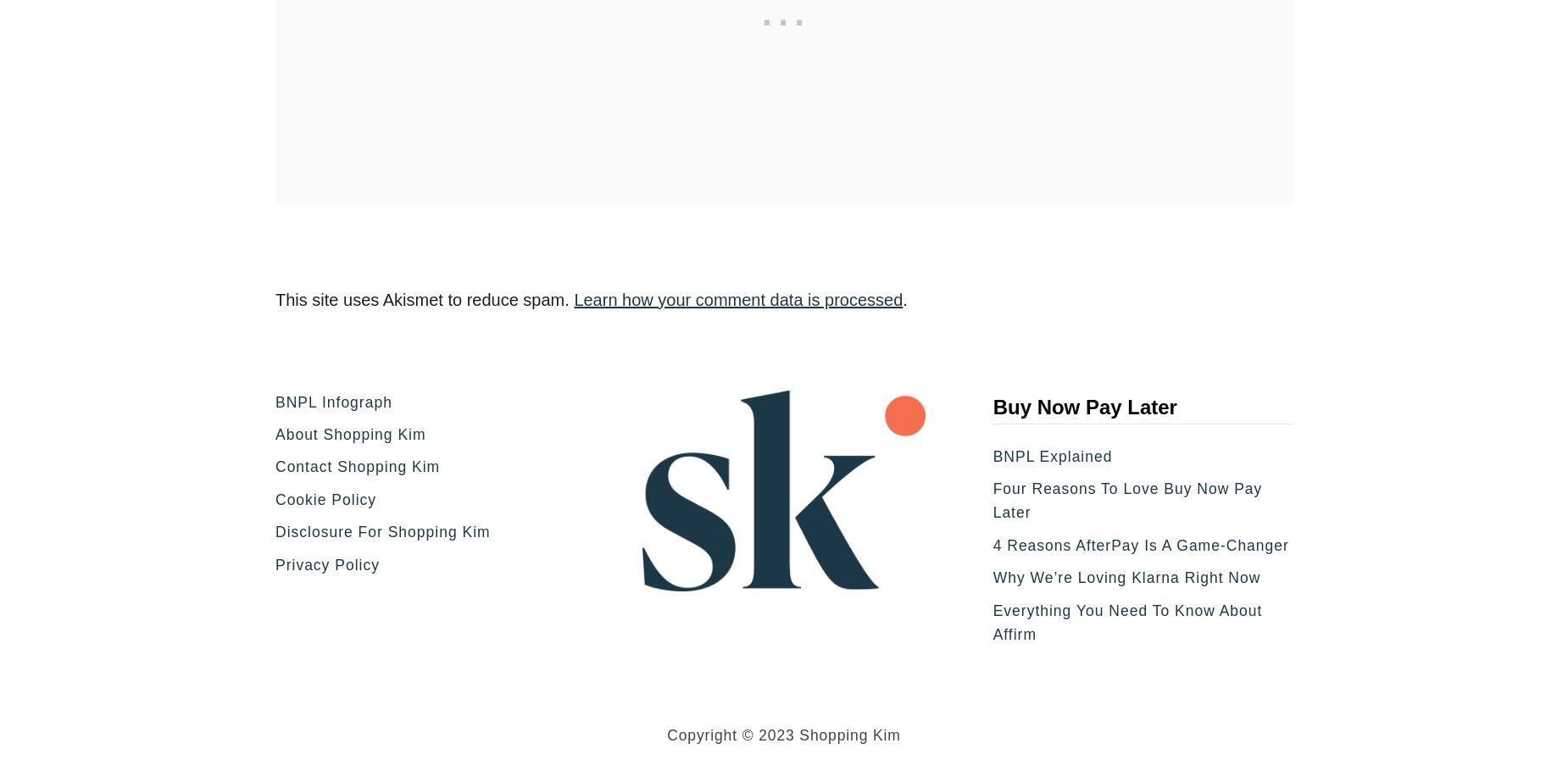 The width and height of the screenshot is (1568, 782). What do you see at coordinates (356, 466) in the screenshot?
I see `'Contact Shopping Kim'` at bounding box center [356, 466].